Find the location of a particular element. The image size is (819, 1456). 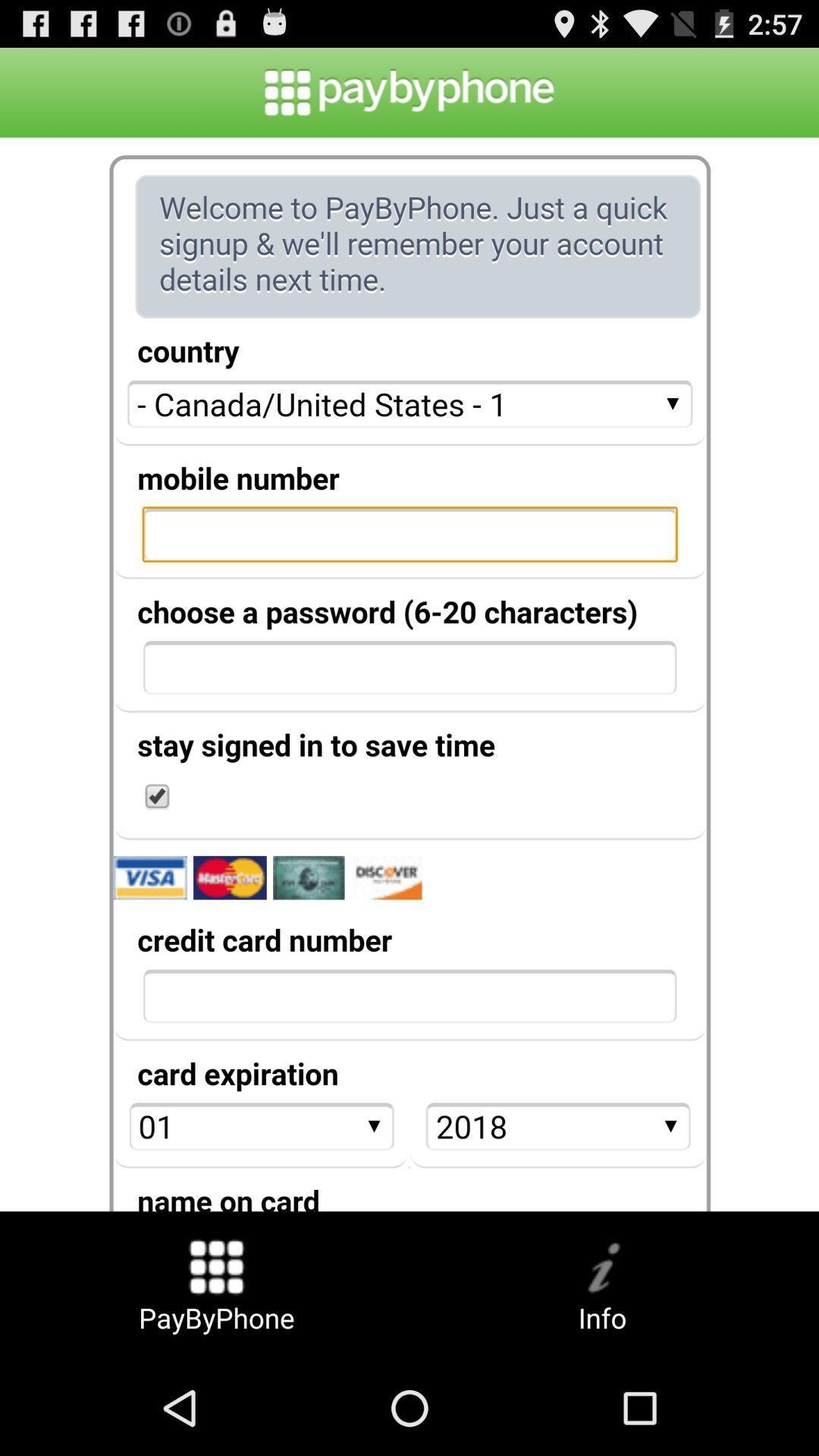

credit card details is located at coordinates (409, 673).